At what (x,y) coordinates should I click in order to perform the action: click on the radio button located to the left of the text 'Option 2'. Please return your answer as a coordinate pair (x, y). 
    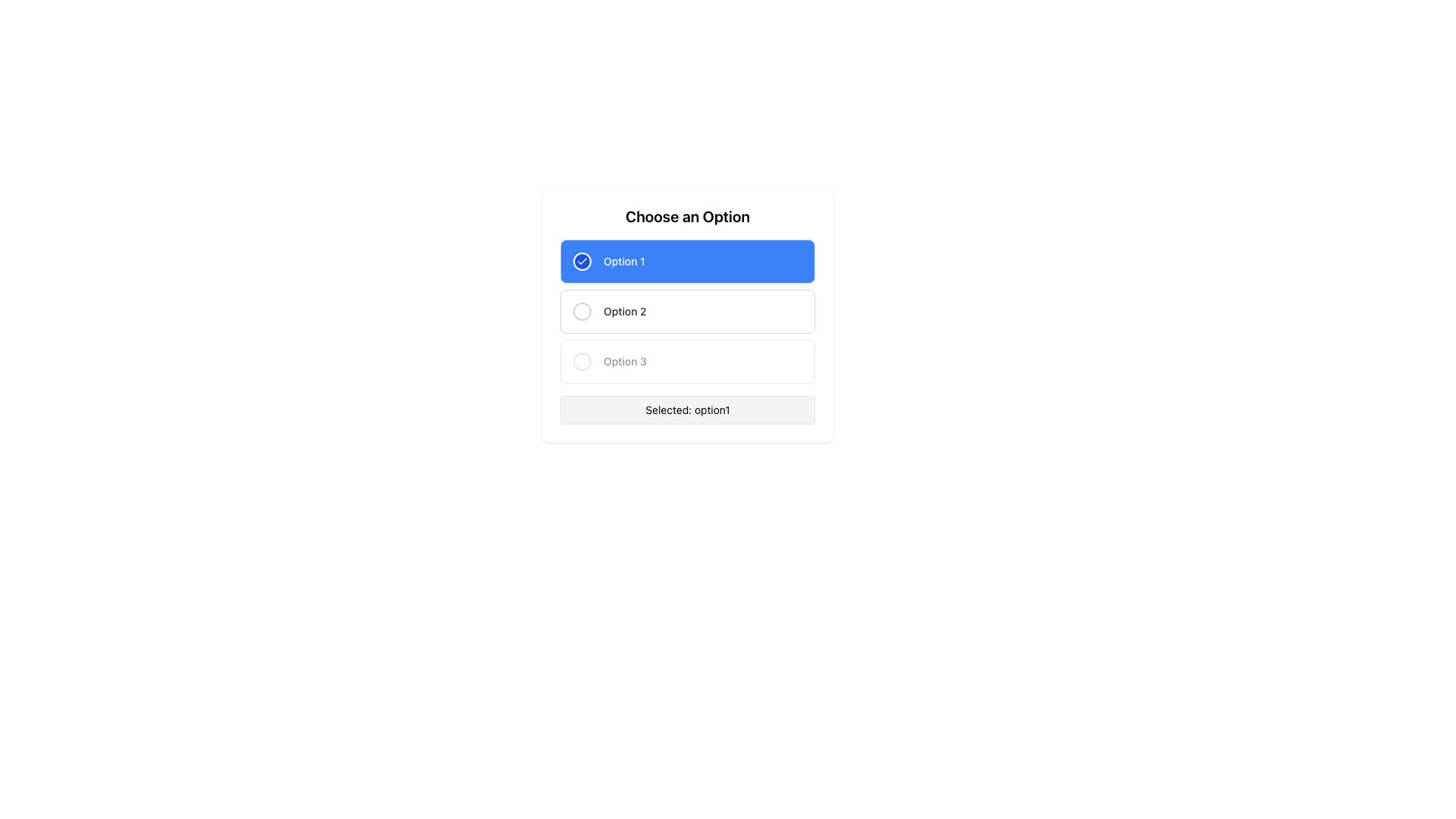
    Looking at the image, I should click on (582, 311).